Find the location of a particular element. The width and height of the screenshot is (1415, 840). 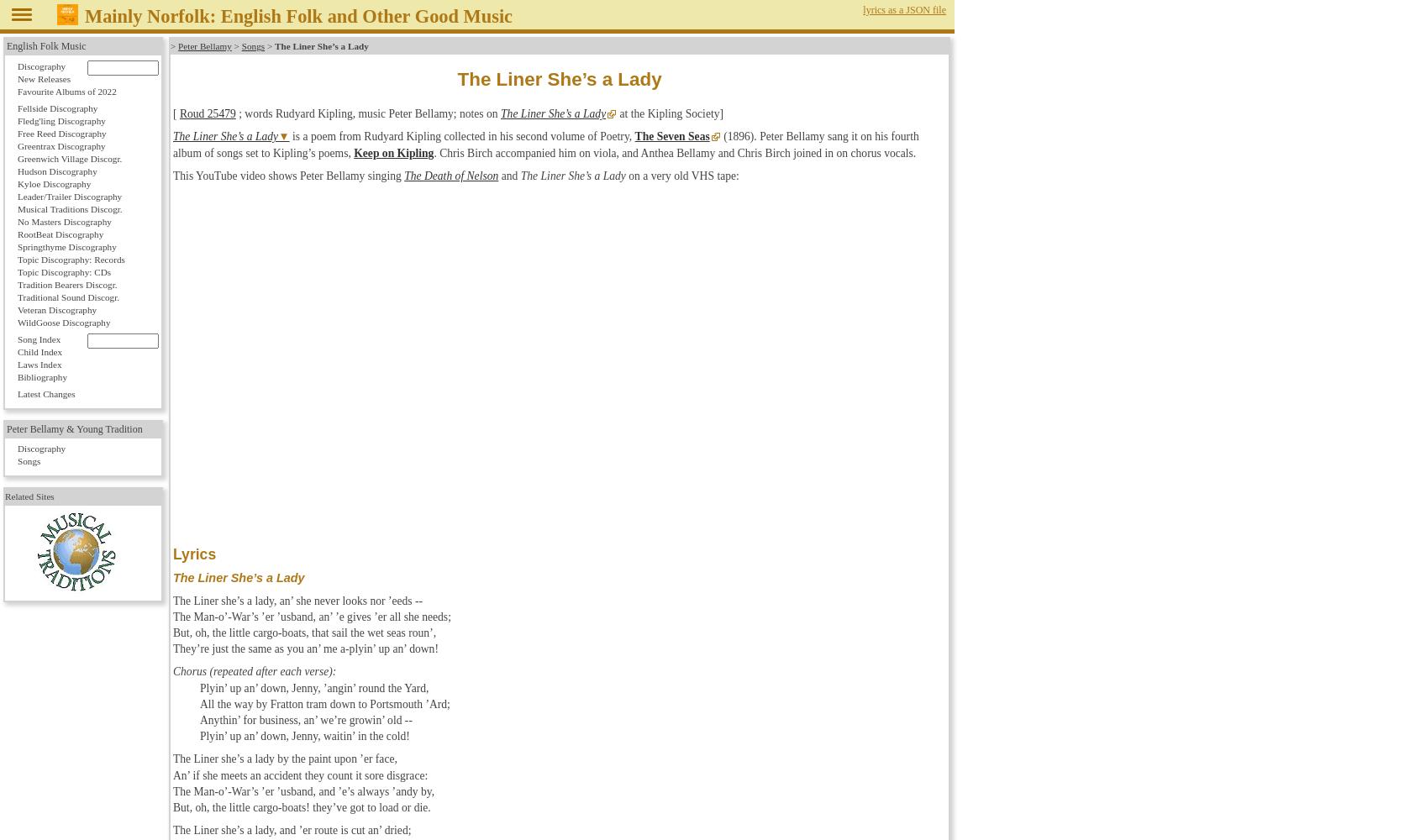

'Free Reed Discography' is located at coordinates (60, 133).